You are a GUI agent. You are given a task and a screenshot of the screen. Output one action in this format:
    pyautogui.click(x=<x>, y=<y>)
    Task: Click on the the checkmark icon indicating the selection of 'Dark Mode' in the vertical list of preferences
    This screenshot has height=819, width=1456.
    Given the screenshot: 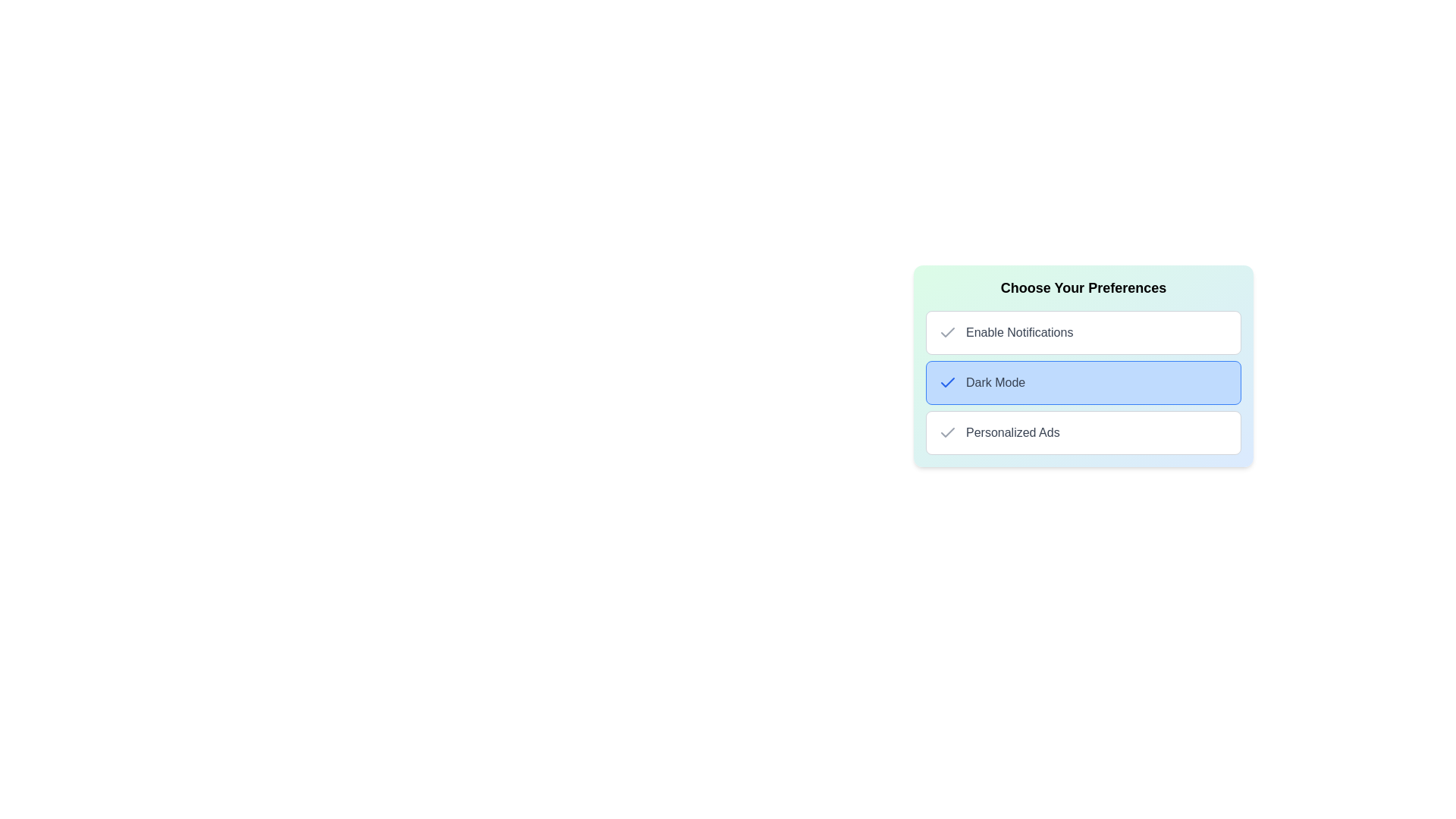 What is the action you would take?
    pyautogui.click(x=946, y=381)
    